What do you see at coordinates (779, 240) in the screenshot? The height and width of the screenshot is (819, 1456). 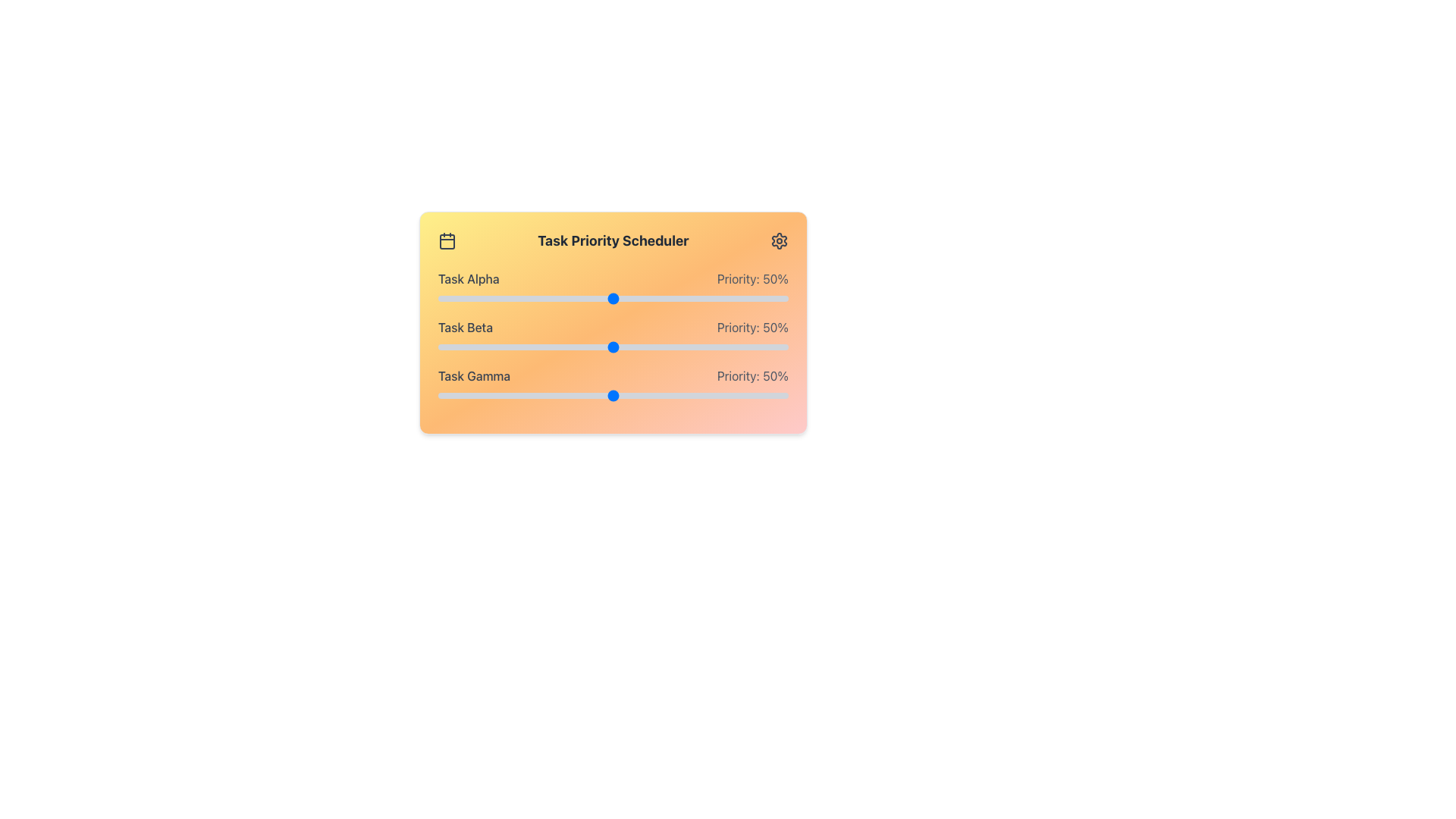 I see `the gear-shaped icon located in the top-right corner of the interface header` at bounding box center [779, 240].